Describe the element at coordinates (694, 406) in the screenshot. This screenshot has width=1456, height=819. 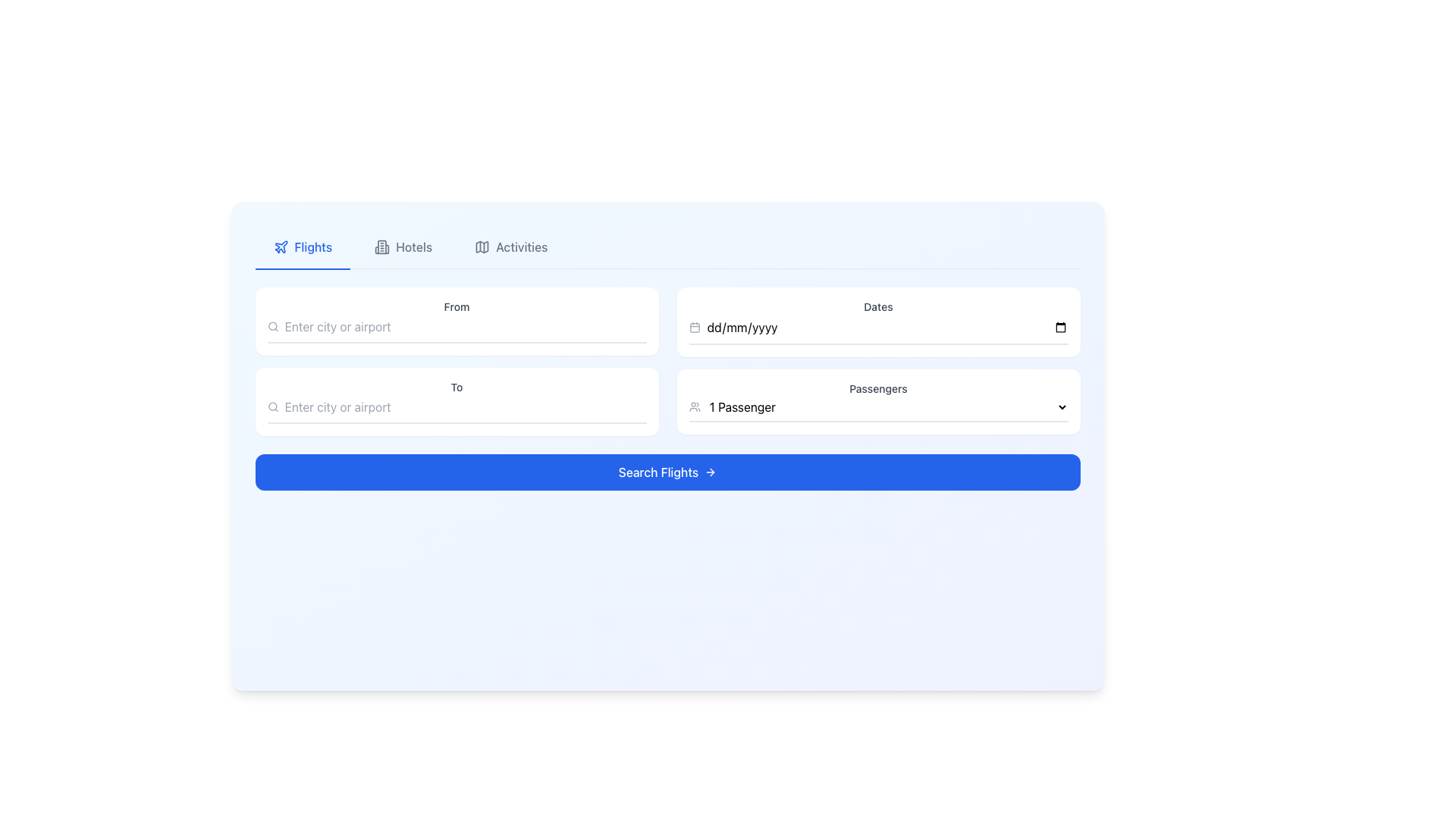
I see `the user icon located in the 'Passengers' section of the form, which represents multiple users and is positioned to the left of the text input displaying '1 Passenger'` at that location.